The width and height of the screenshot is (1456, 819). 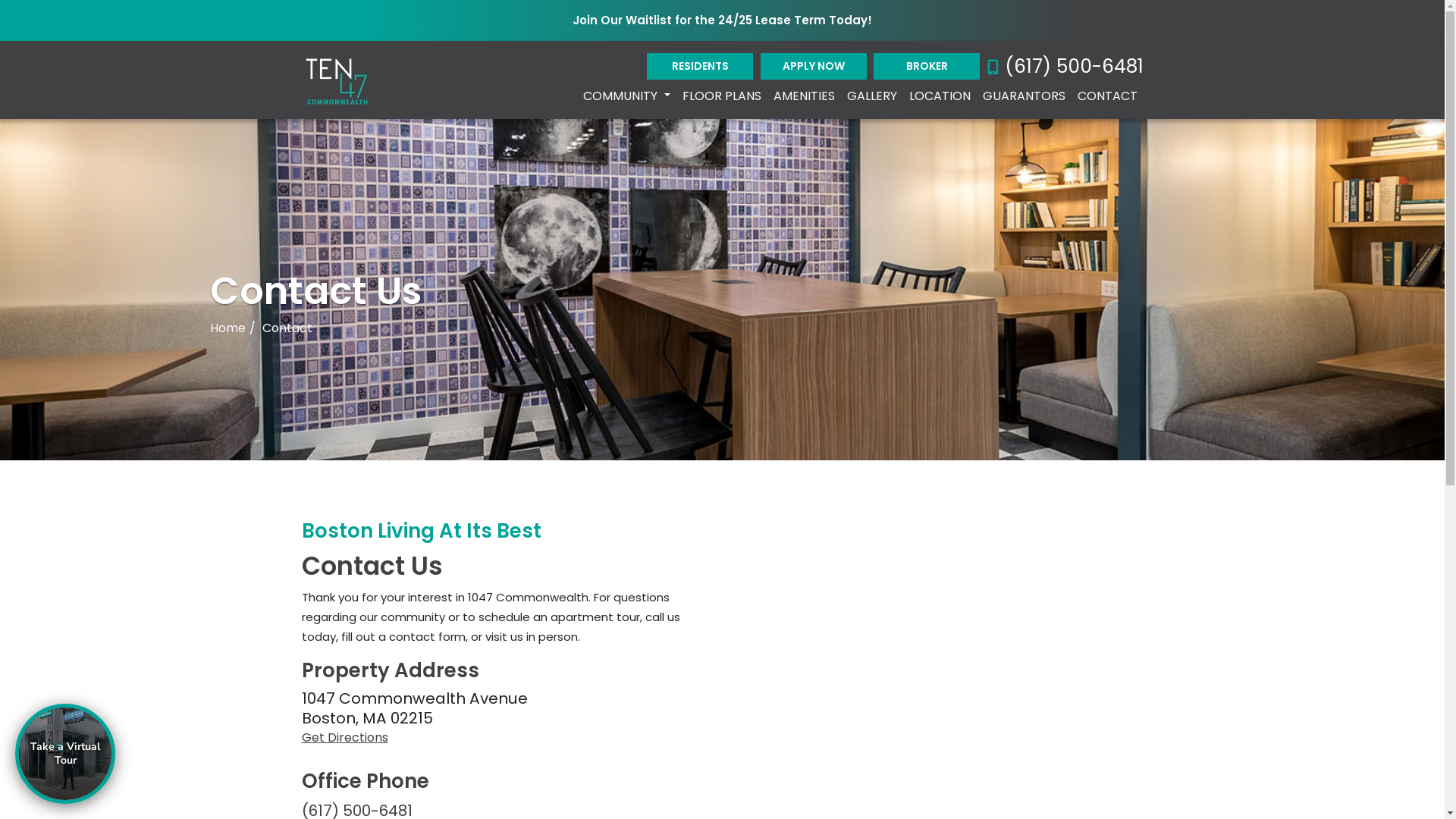 I want to click on 'CONTACT', so click(x=1106, y=96).